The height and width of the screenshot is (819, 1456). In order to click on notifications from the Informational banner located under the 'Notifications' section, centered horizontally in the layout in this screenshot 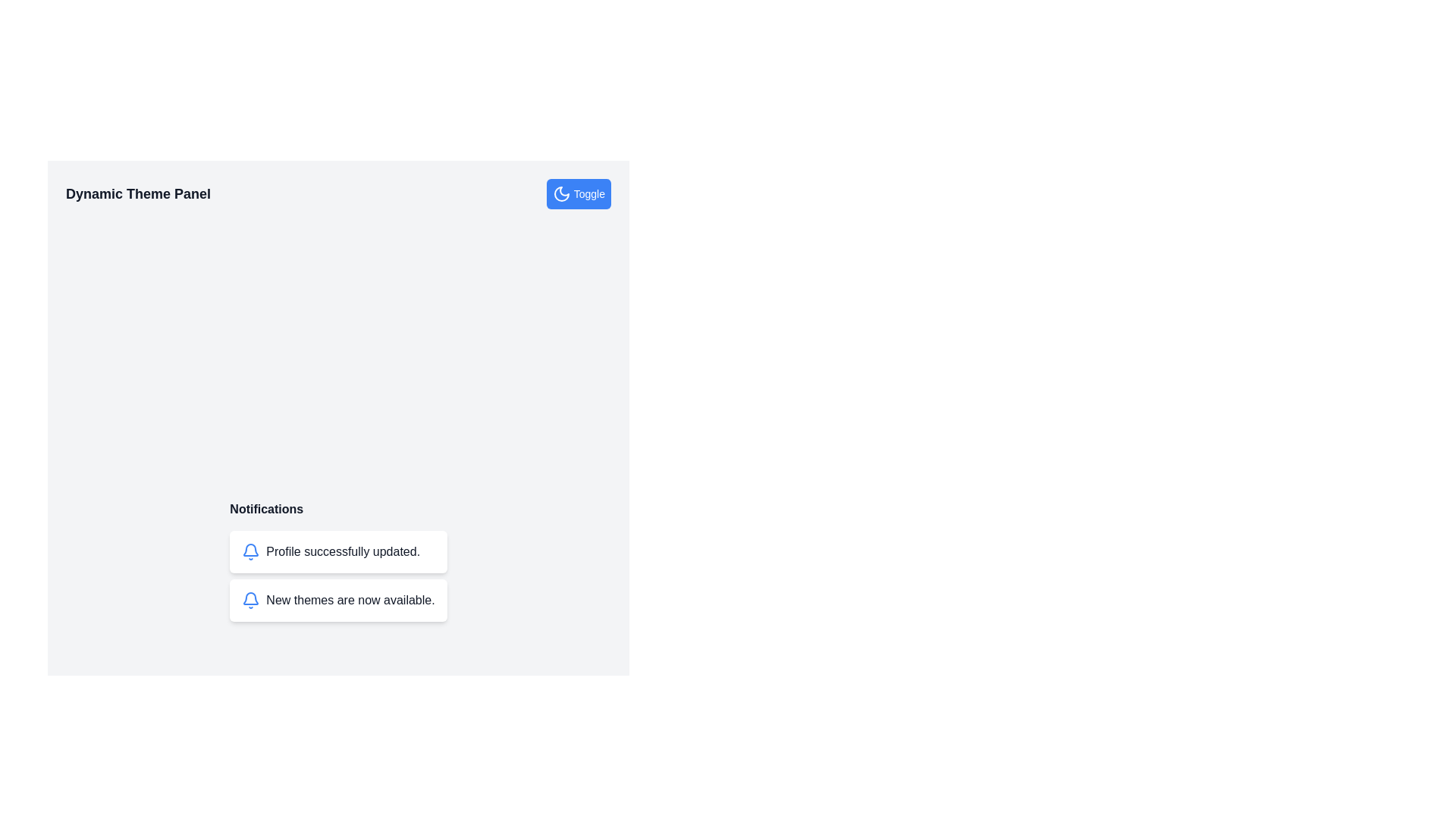, I will do `click(337, 576)`.